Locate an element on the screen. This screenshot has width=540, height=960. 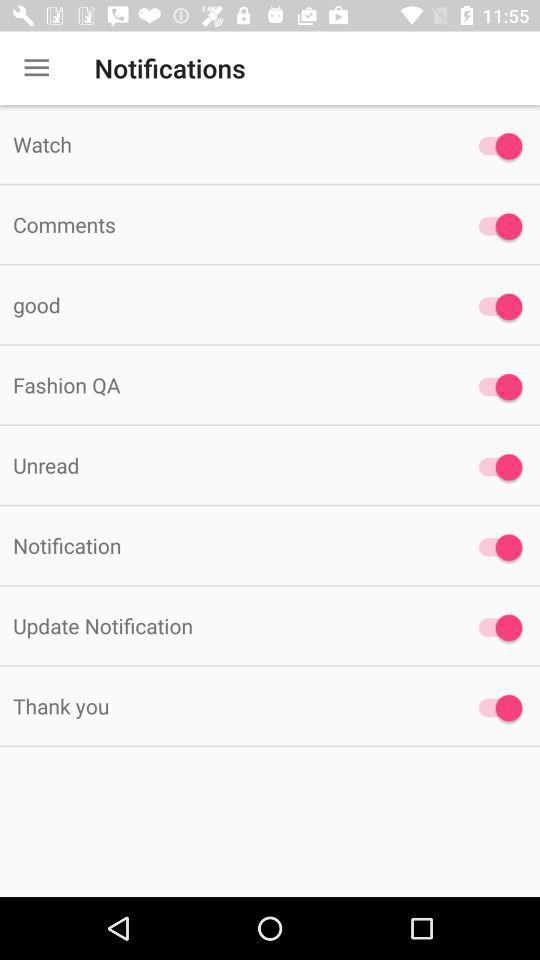
the update notification icon is located at coordinates (224, 624).